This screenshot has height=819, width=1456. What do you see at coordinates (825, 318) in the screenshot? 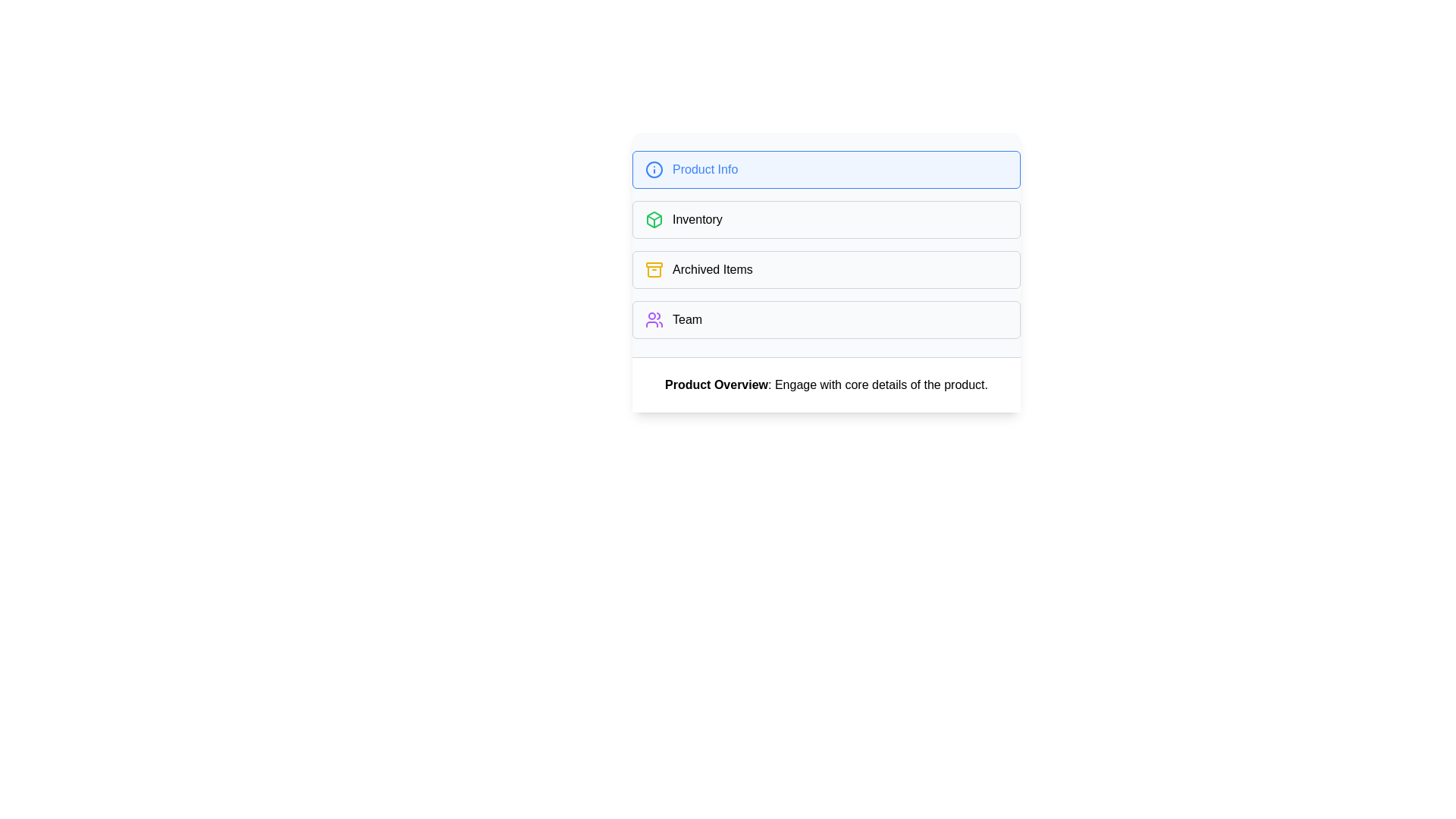
I see `the tab titled Team by clicking on its title` at bounding box center [825, 318].